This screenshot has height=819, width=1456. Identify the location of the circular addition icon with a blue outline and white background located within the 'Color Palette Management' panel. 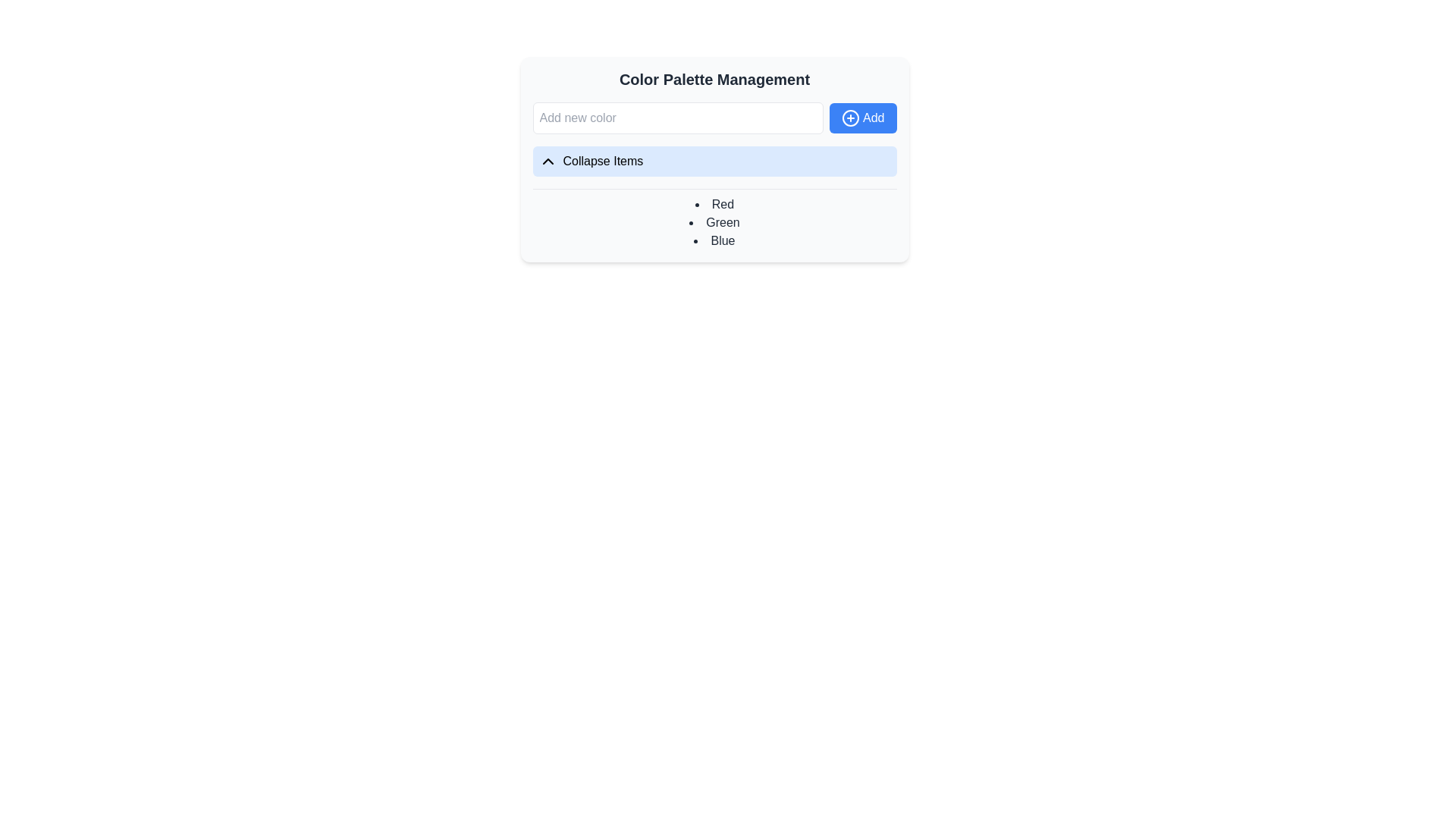
(851, 117).